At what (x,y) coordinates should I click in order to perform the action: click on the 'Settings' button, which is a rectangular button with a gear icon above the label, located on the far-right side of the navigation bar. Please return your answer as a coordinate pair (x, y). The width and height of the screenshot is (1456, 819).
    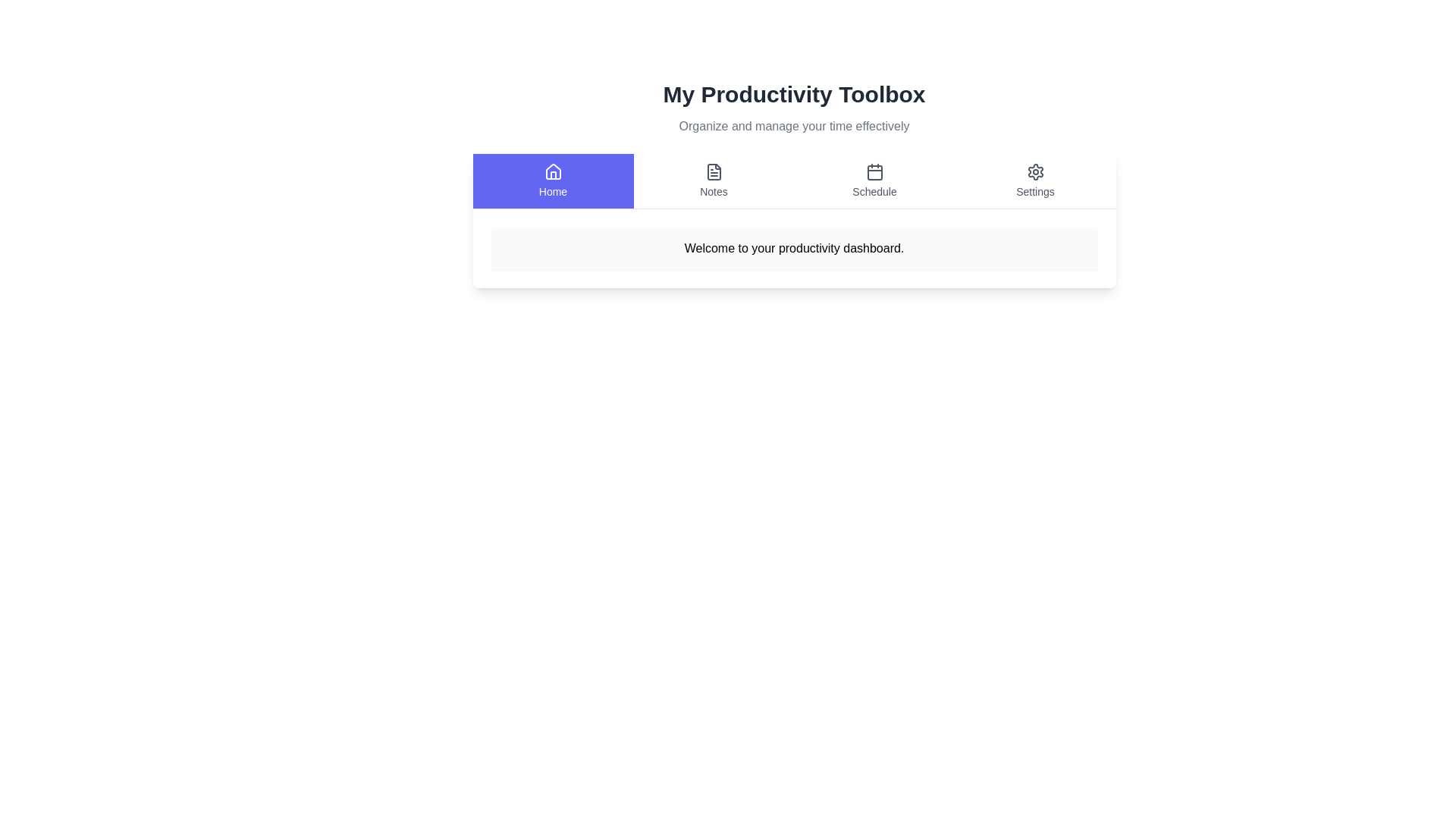
    Looking at the image, I should click on (1034, 180).